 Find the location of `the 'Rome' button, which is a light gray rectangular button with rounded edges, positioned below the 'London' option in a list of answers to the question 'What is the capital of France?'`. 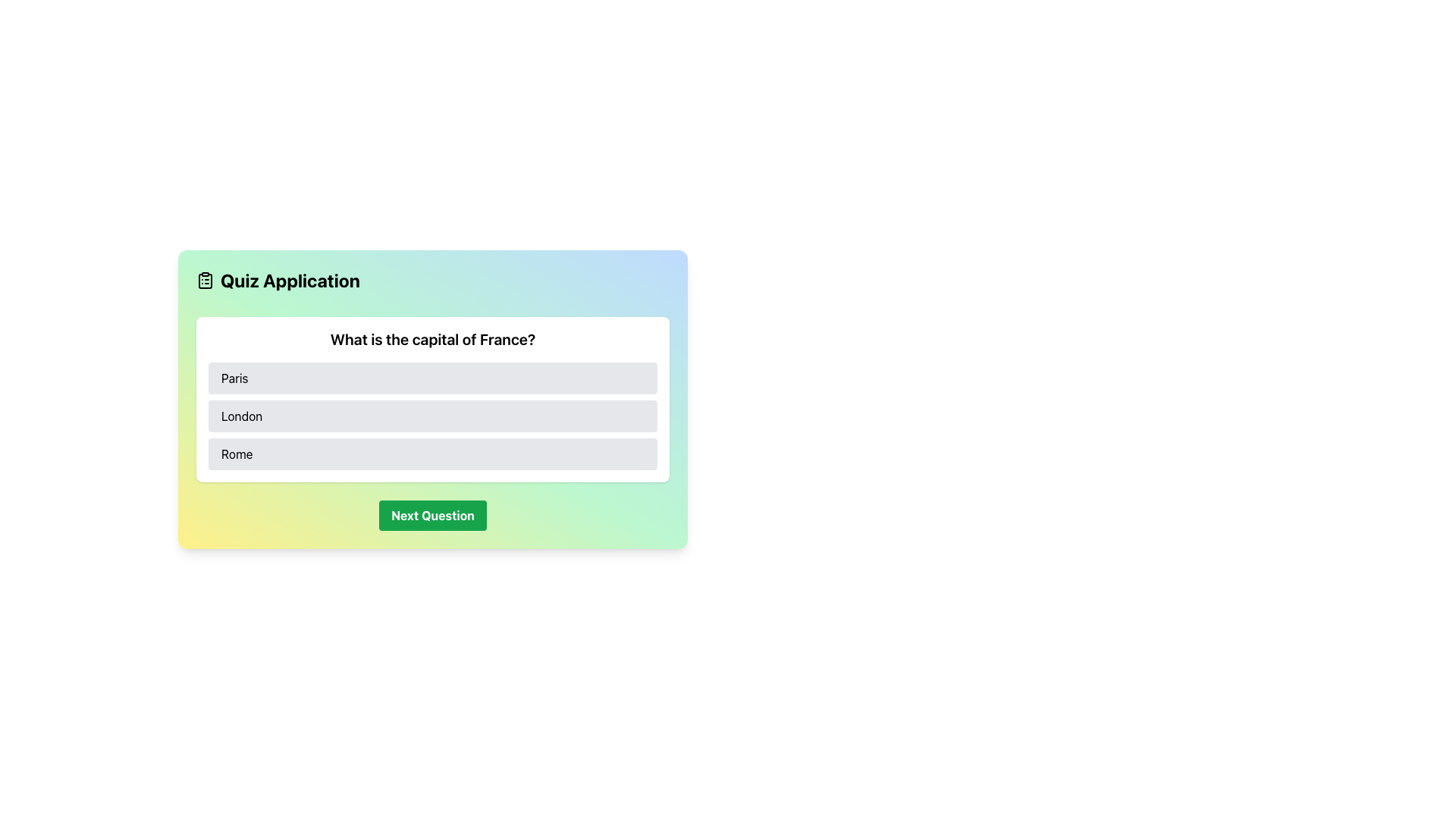

the 'Rome' button, which is a light gray rectangular button with rounded edges, positioned below the 'London' option in a list of answers to the question 'What is the capital of France?' is located at coordinates (432, 453).